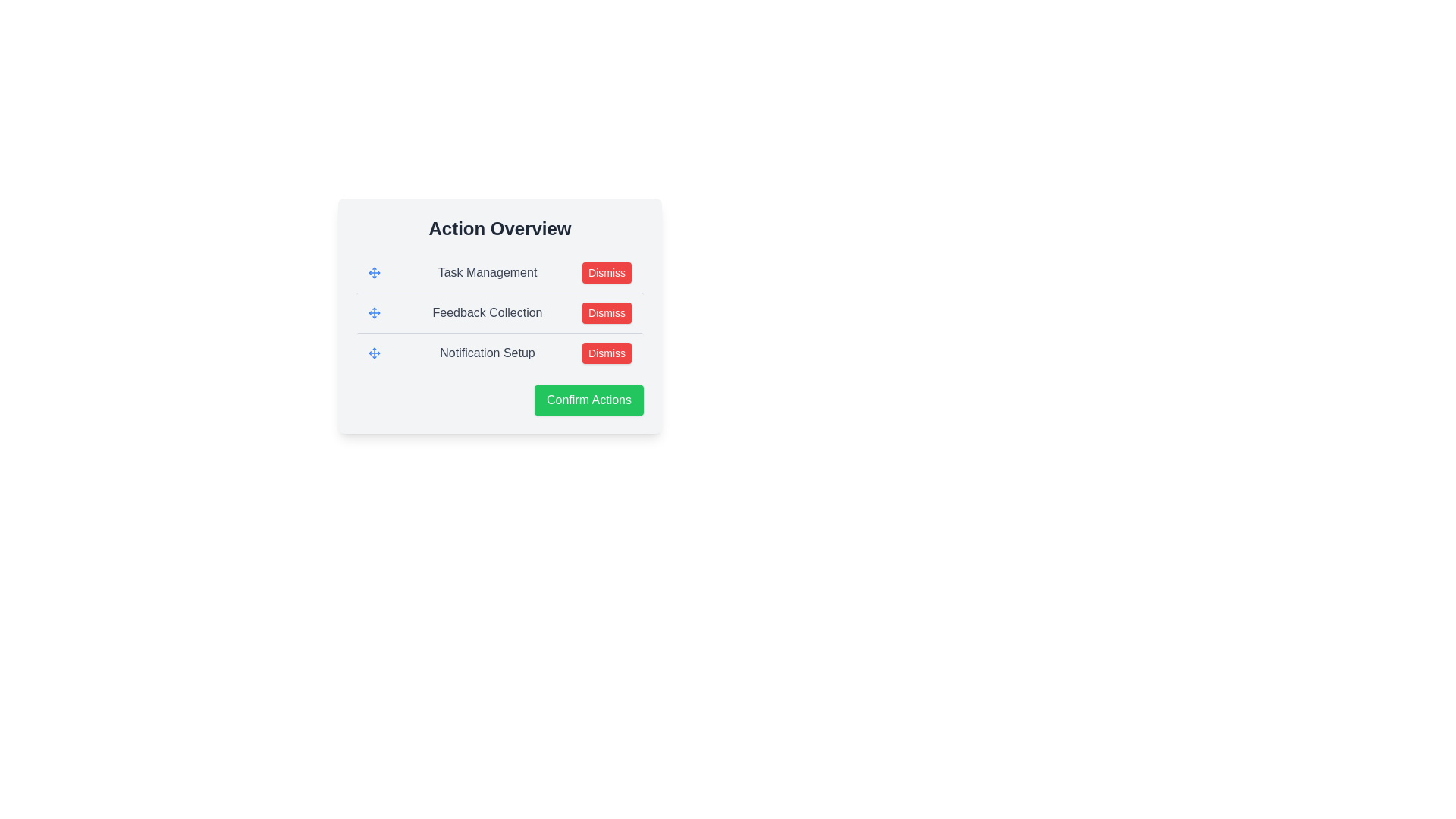 The image size is (1456, 819). What do you see at coordinates (607, 353) in the screenshot?
I see `the 'Dismiss' button with a red background and white text, which is the last button in a vertical stack aligned to the right of 'Notification Setup', to trigger hover styling` at bounding box center [607, 353].